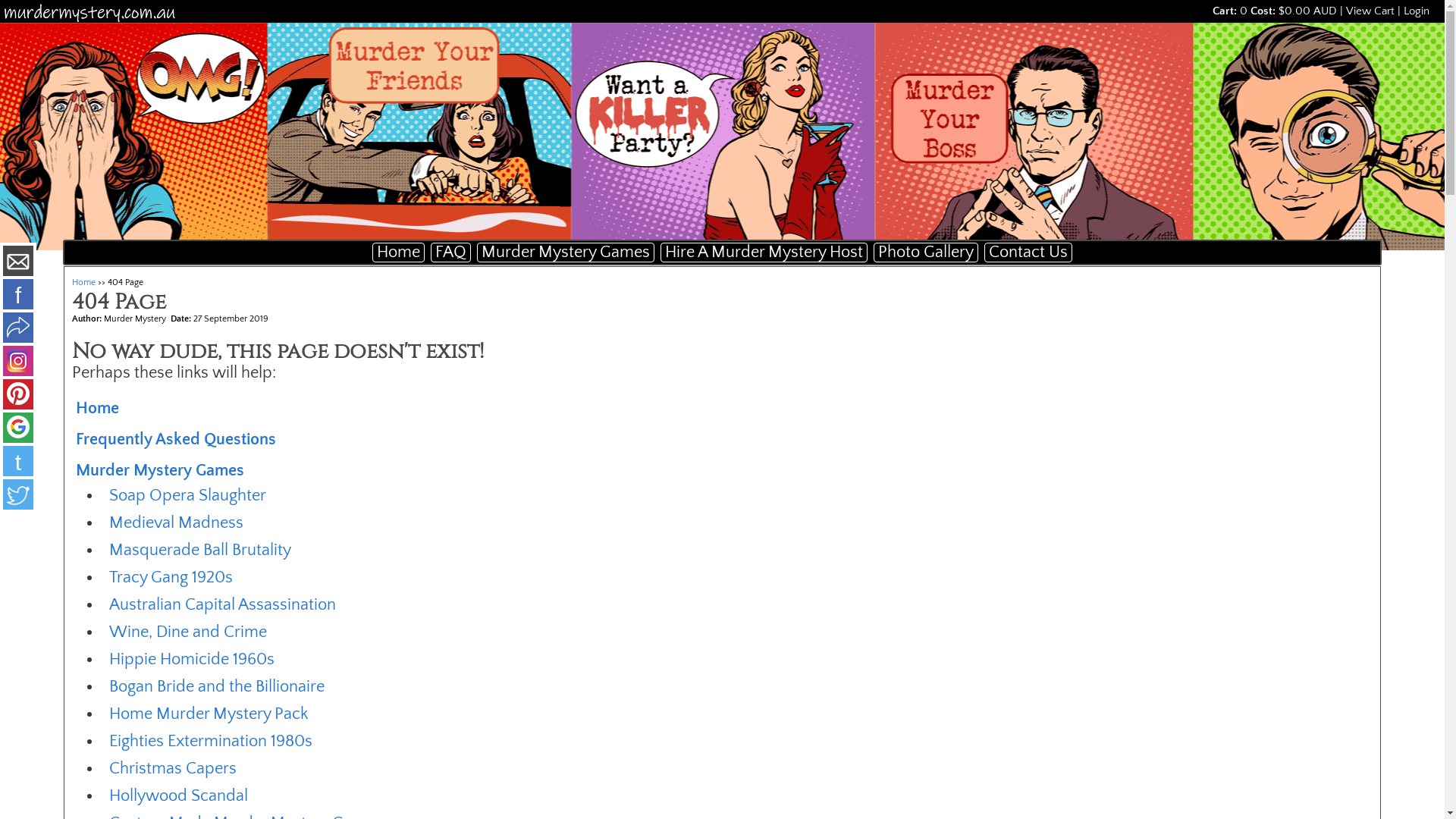 This screenshot has width=1456, height=819. What do you see at coordinates (199, 550) in the screenshot?
I see `'Masquerade Ball Brutality'` at bounding box center [199, 550].